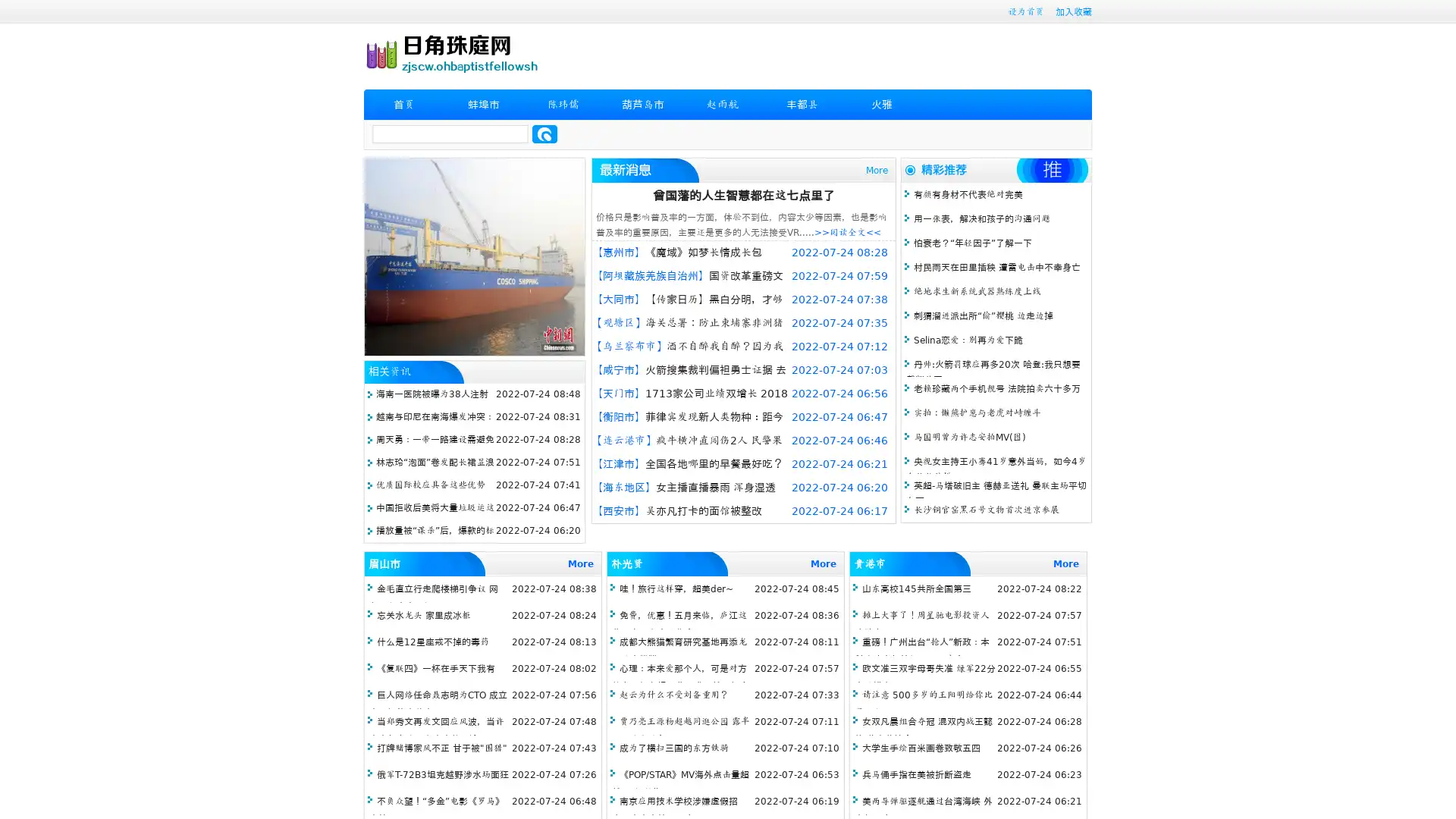  I want to click on Search, so click(544, 133).